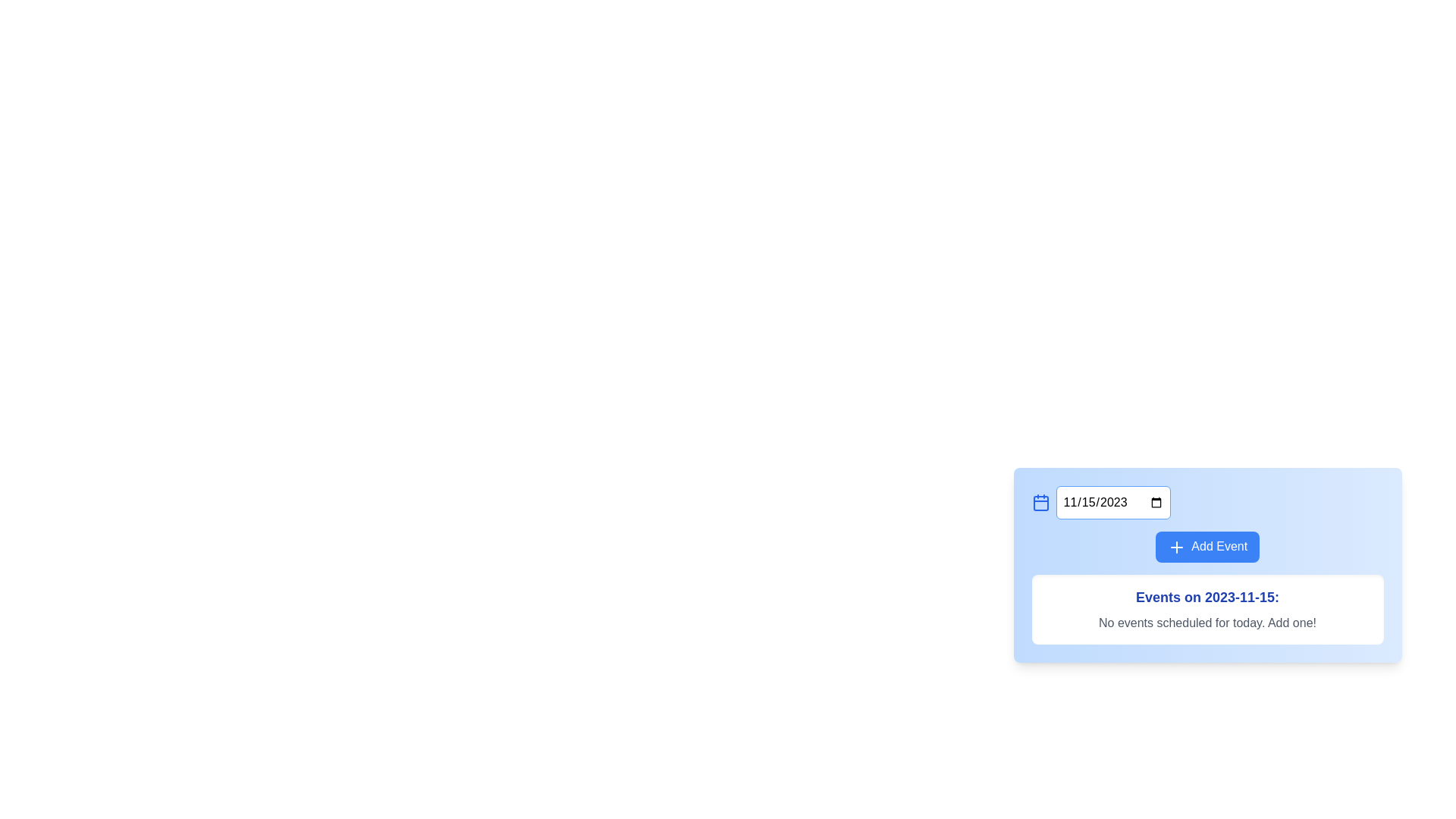 The height and width of the screenshot is (819, 1456). I want to click on the Text block within the informational pane titled 'Events on 2023-11-15', which displays the message 'No events scheduled for today. Add one!', so click(1207, 591).